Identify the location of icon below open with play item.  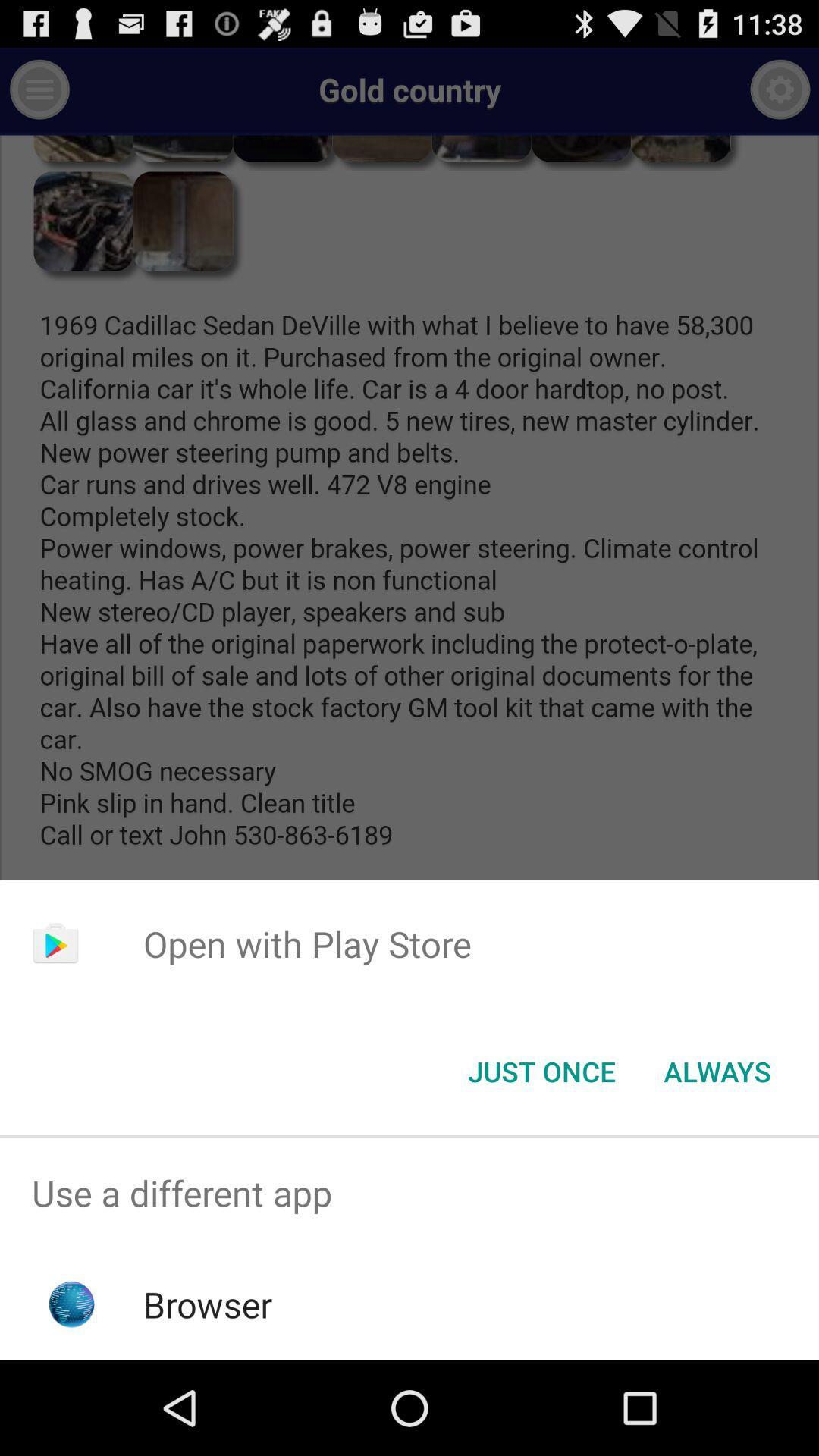
(717, 1070).